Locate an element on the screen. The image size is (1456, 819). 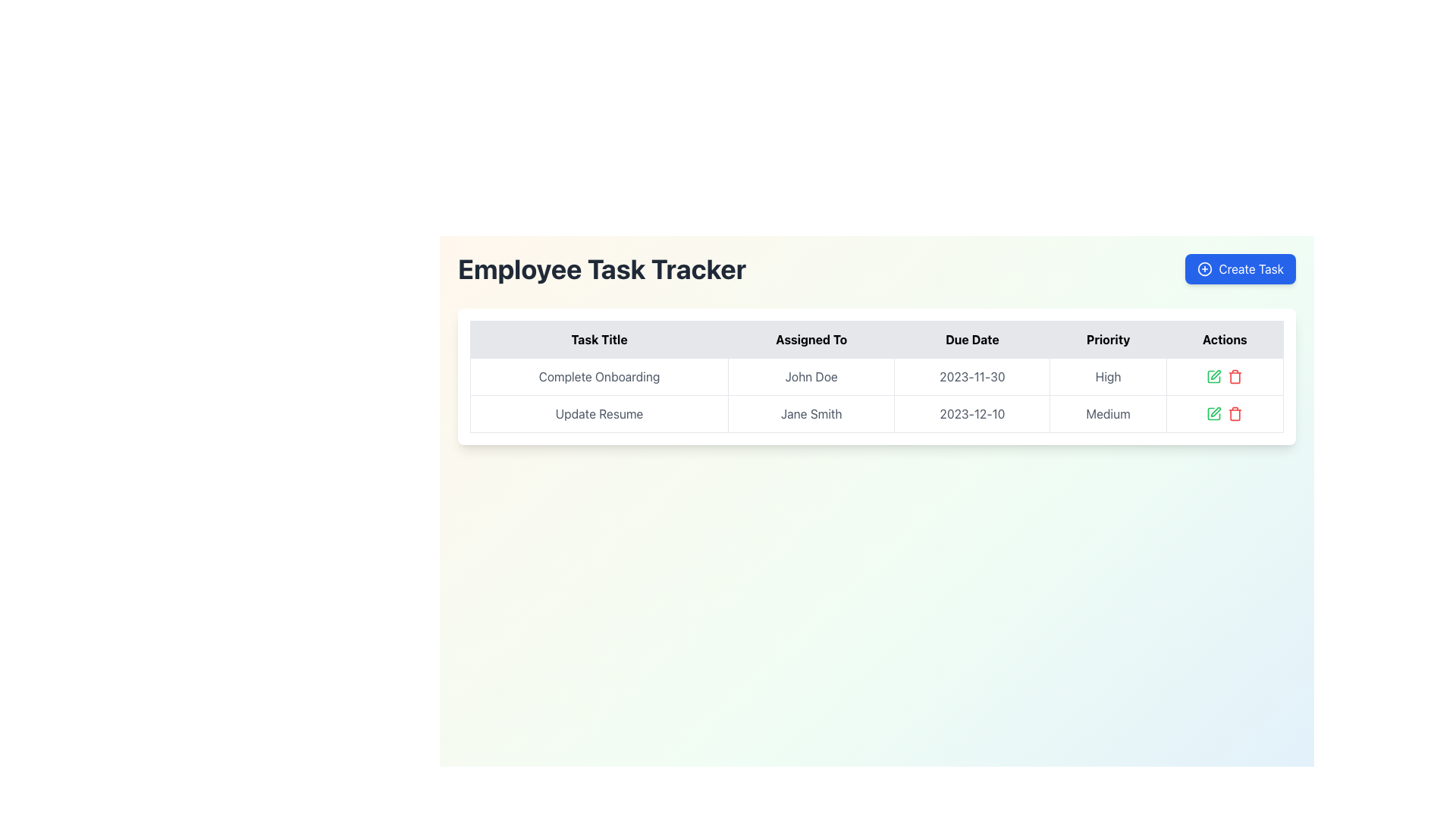
the left part of the square with a pen overlay icon located in the 'Actions' column of the second row next to the 'Update Resume' task in the 'Employee Task Tracker' interface is located at coordinates (1214, 376).